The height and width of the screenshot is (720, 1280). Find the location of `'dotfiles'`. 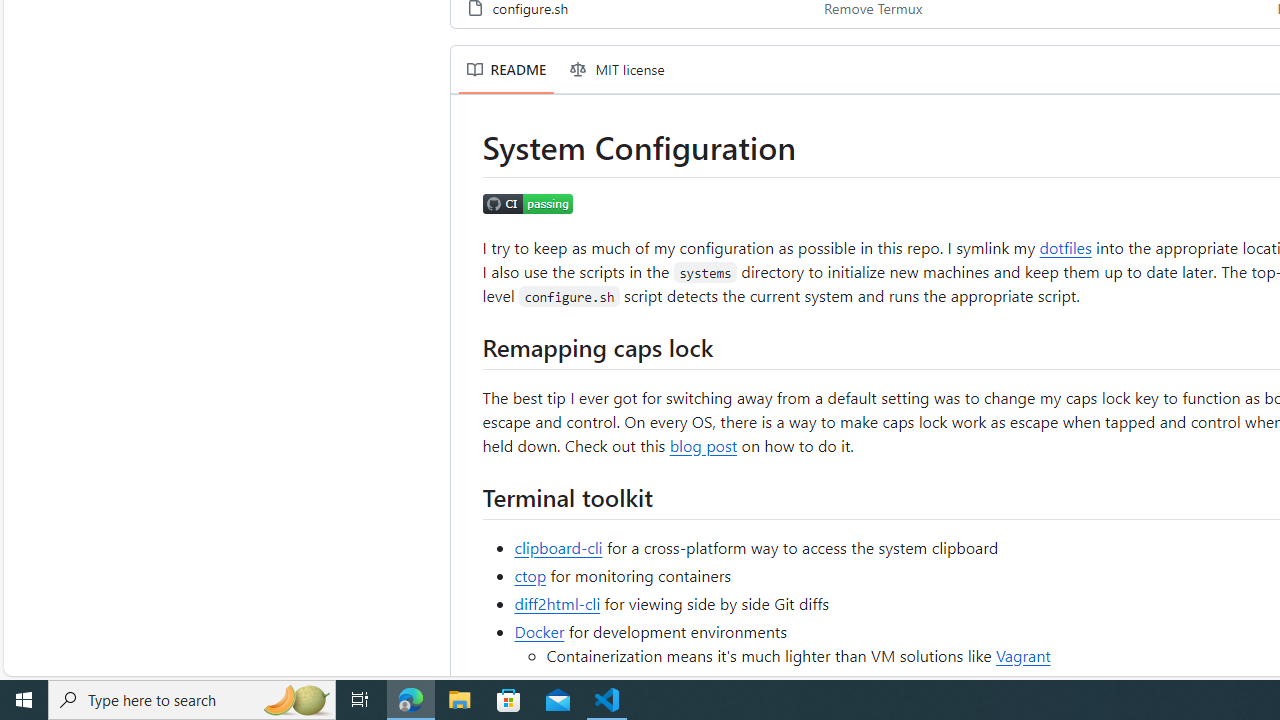

'dotfiles' is located at coordinates (1064, 245).